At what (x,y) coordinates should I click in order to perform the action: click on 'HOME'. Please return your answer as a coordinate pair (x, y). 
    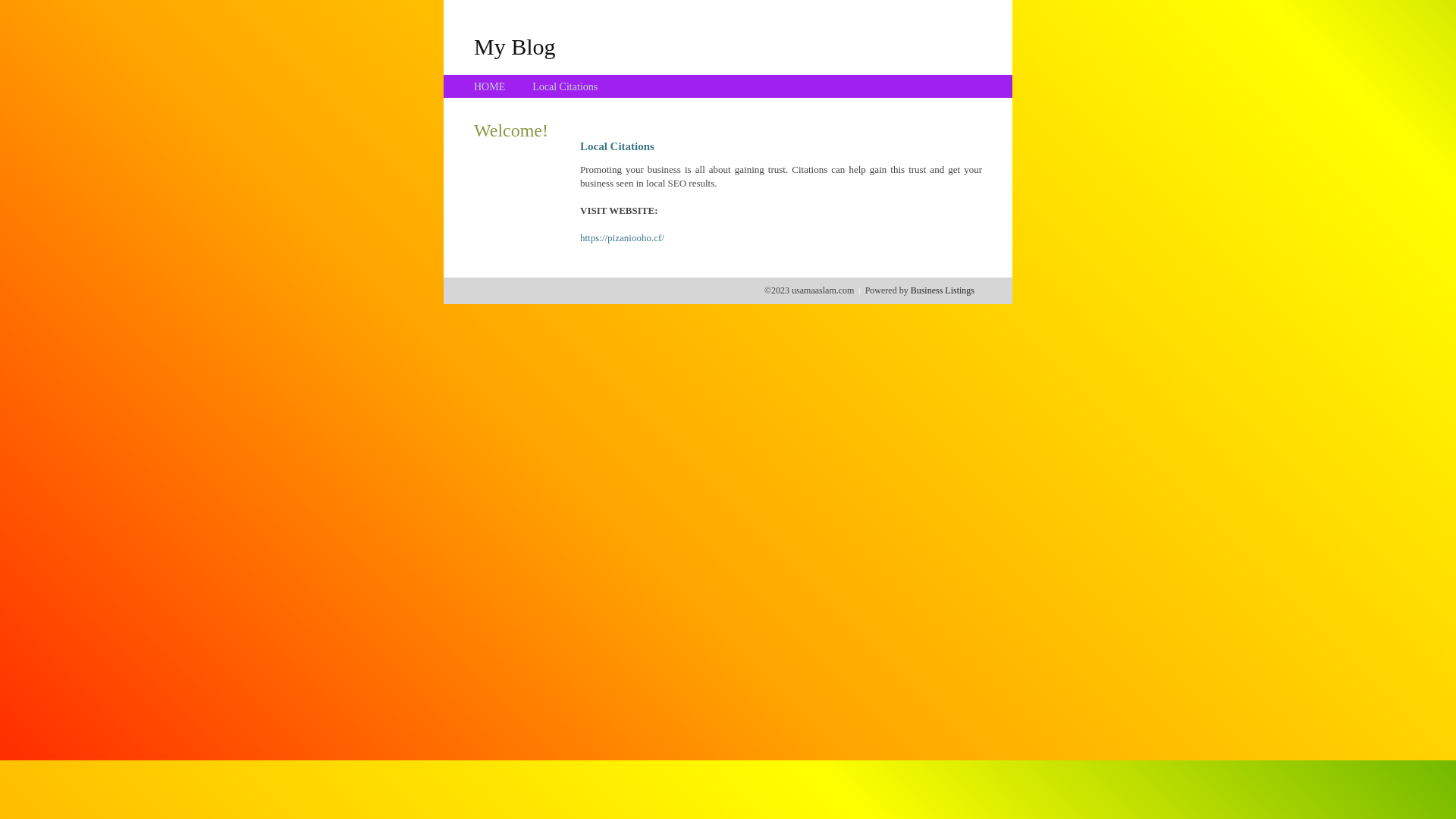
    Looking at the image, I should click on (489, 86).